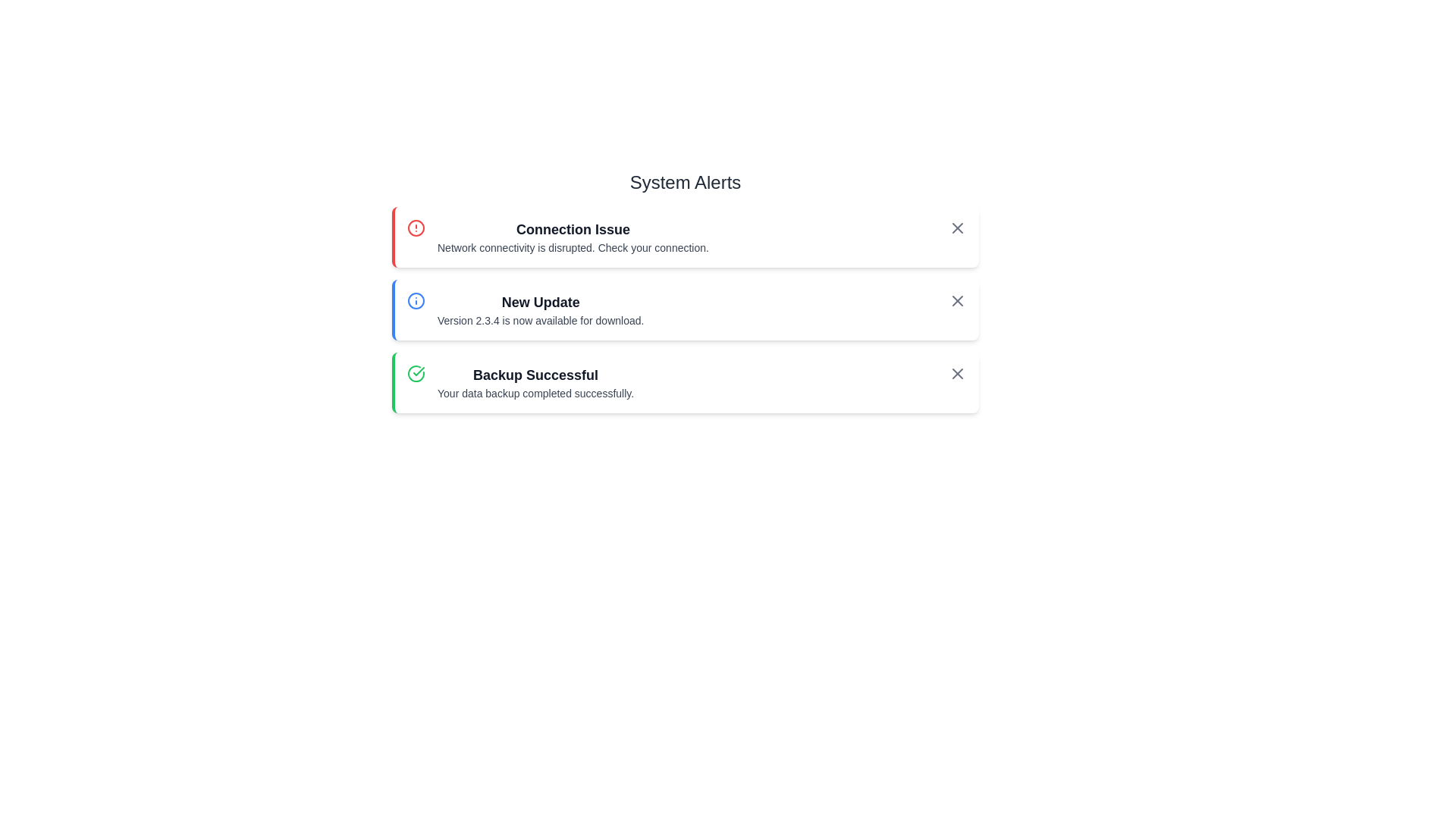 The height and width of the screenshot is (819, 1456). What do you see at coordinates (684, 237) in the screenshot?
I see `title and description of the first notification card in the 'System Alerts' section, which informs the user about a connectivity issue` at bounding box center [684, 237].